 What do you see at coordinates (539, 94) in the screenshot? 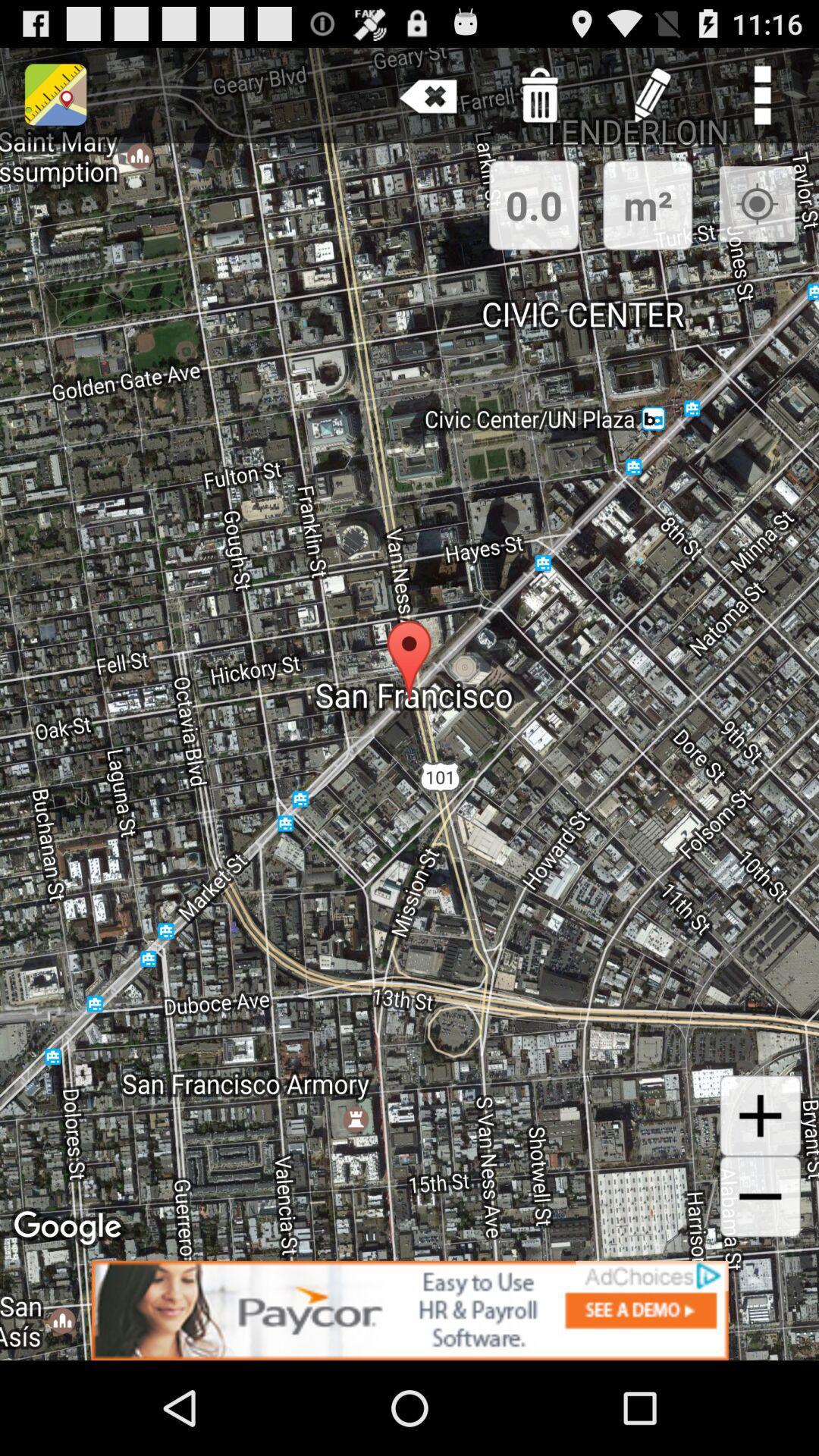
I see `item above the 0.0 icon` at bounding box center [539, 94].